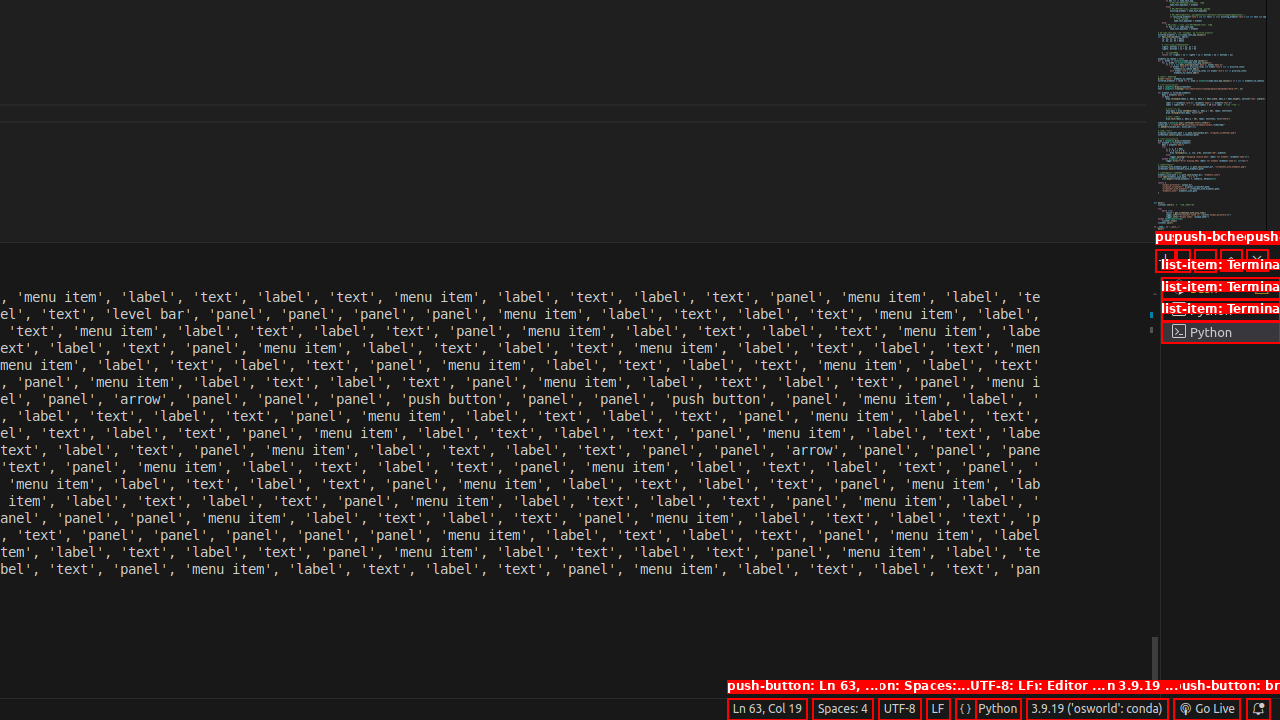 This screenshot has width=1280, height=720. I want to click on 'New Terminal (Ctrl+Shift+`) [Alt] Split Terminal (Ctrl+Shift+5)', so click(1165, 259).